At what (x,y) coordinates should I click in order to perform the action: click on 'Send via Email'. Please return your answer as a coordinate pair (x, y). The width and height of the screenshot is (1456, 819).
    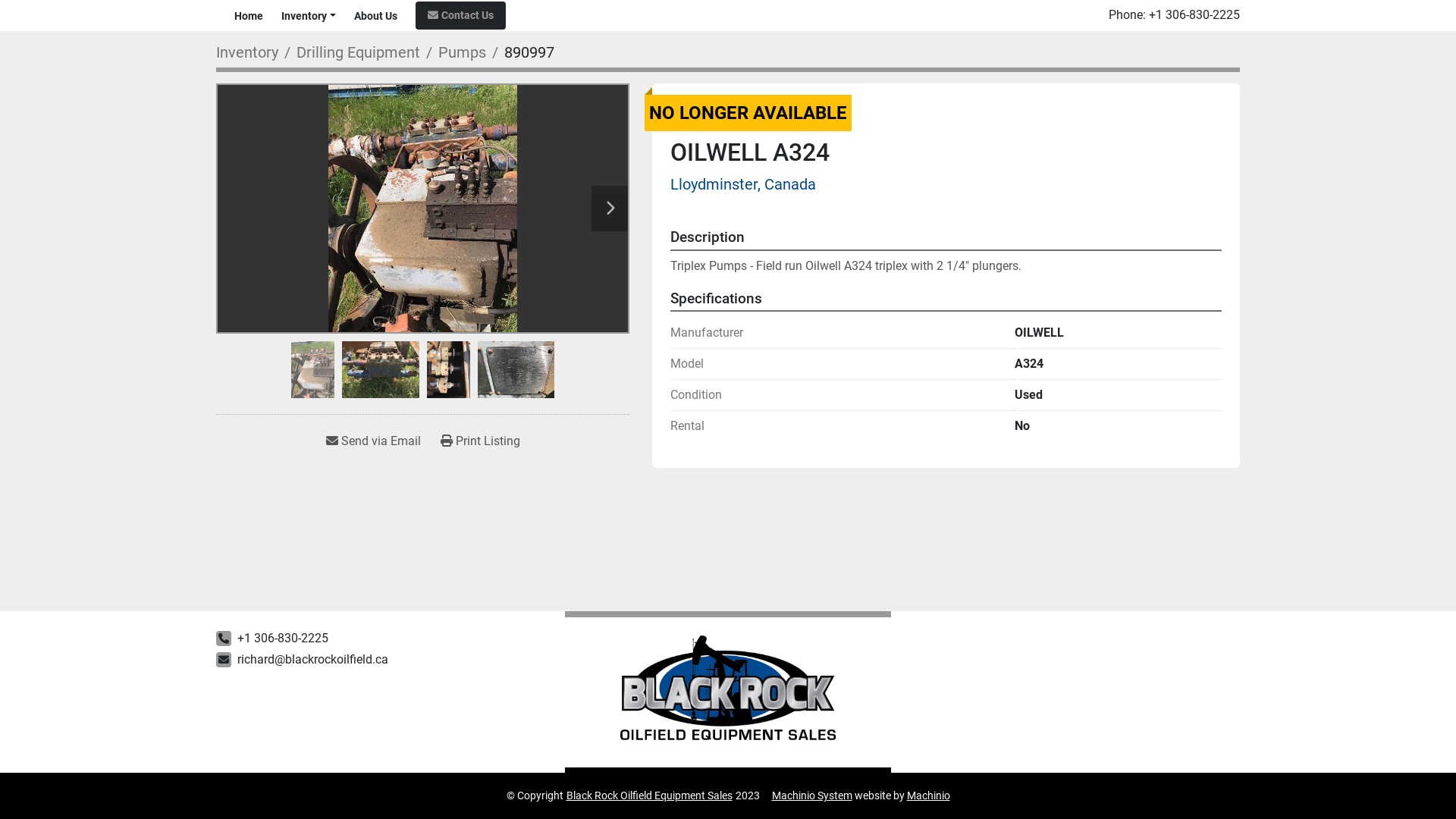
    Looking at the image, I should click on (372, 441).